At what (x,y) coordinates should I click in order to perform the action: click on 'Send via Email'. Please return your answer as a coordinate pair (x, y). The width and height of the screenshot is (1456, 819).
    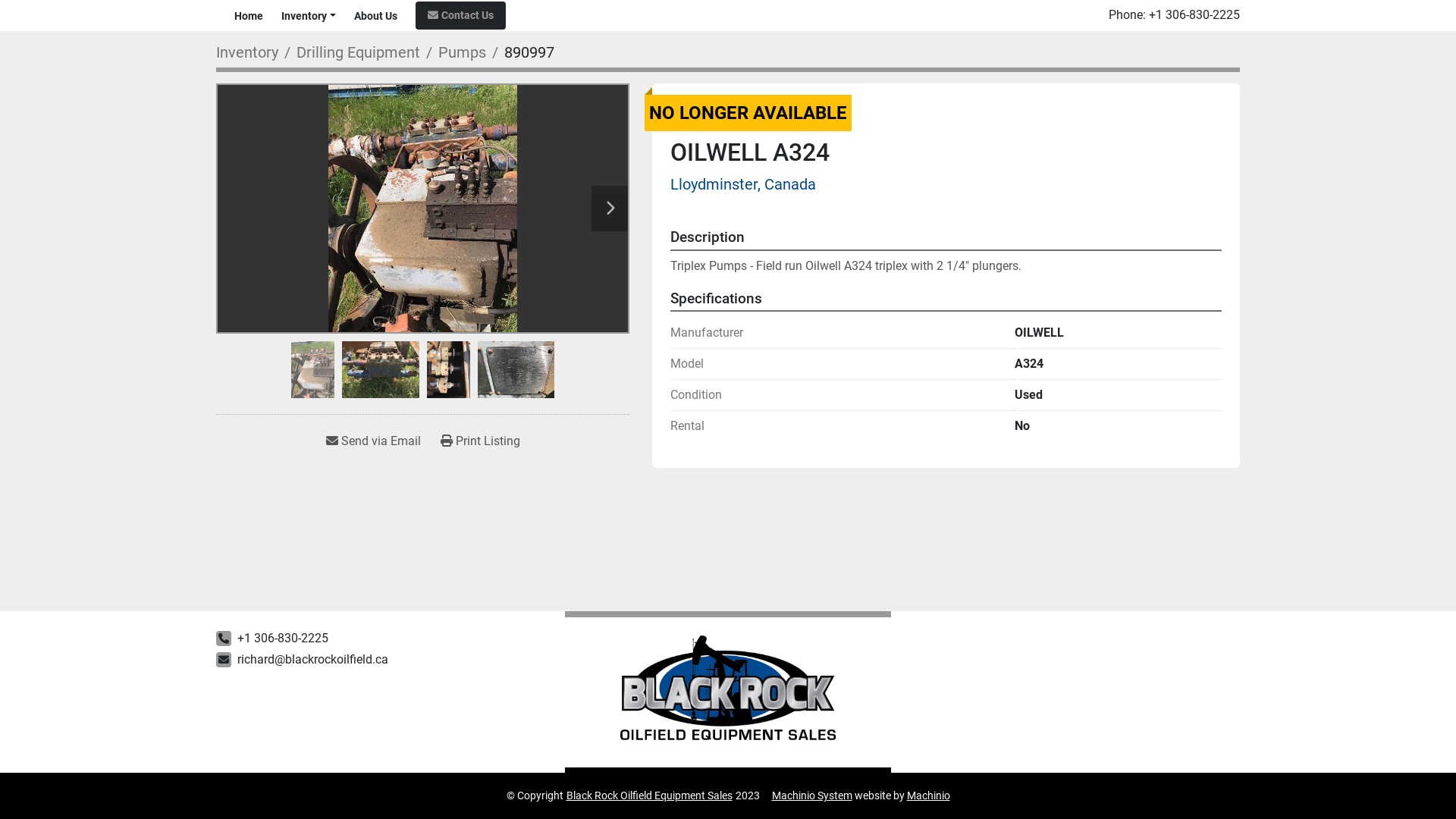
    Looking at the image, I should click on (372, 441).